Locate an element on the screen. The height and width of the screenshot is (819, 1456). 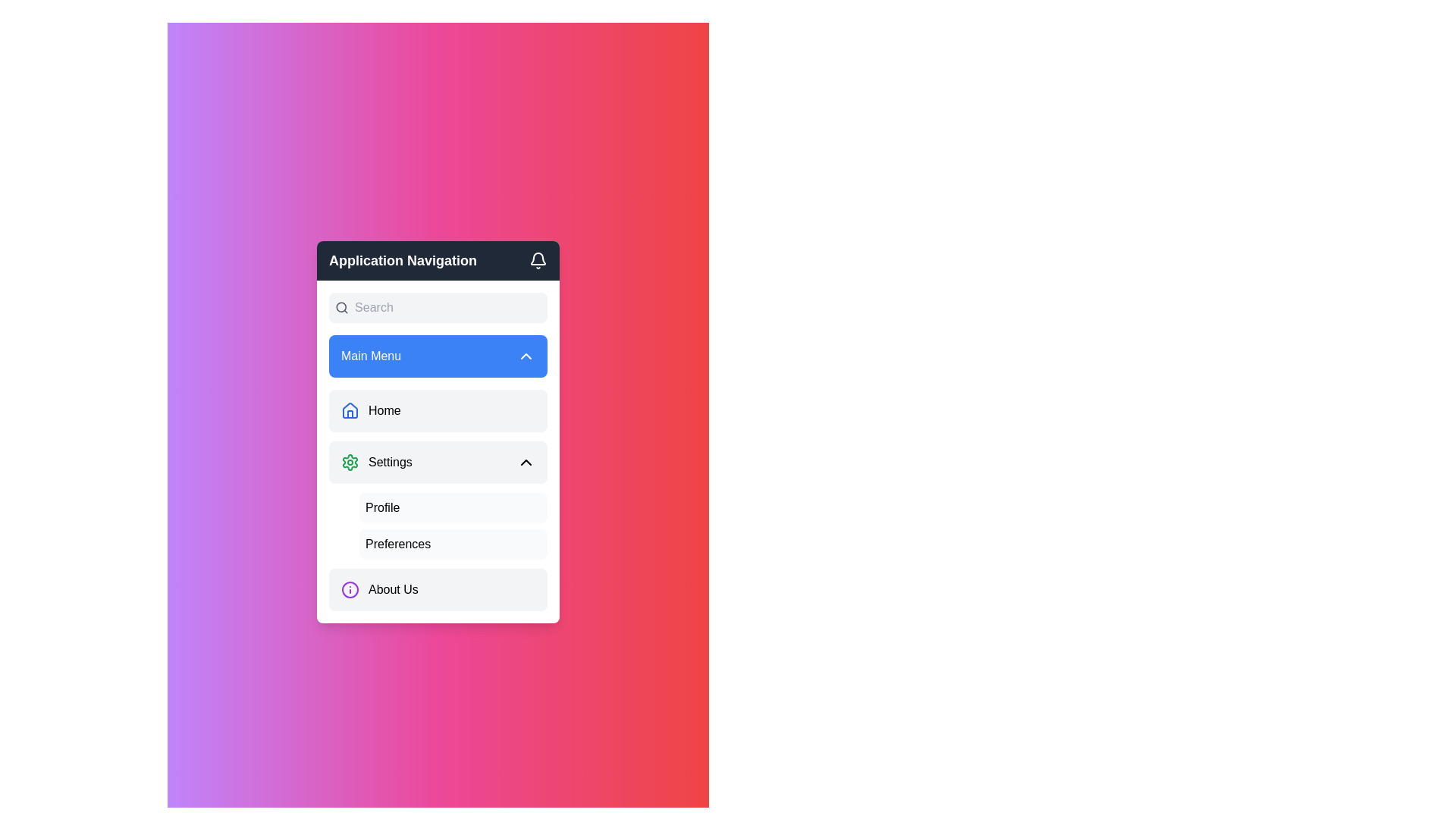
the Menu Section located within the 'Application Navigation' menu, positioned below the search bar is located at coordinates (437, 451).